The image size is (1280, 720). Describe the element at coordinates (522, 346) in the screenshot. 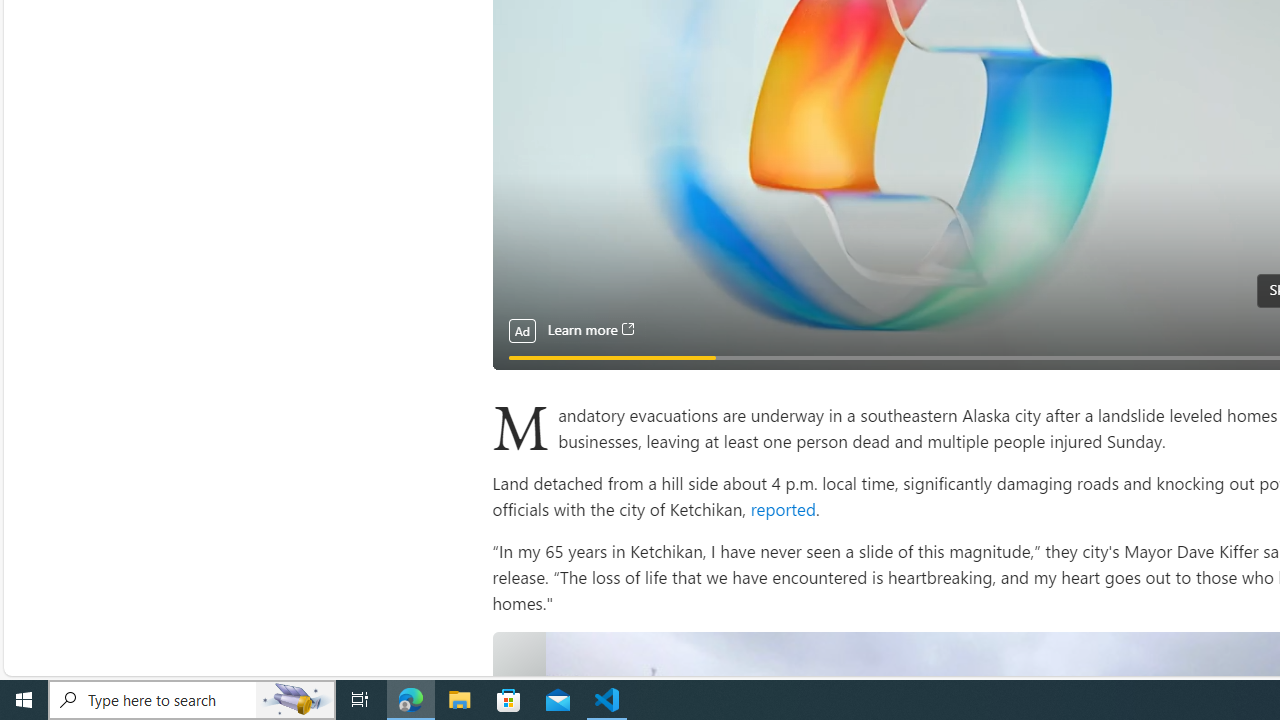

I see `'Pause'` at that location.